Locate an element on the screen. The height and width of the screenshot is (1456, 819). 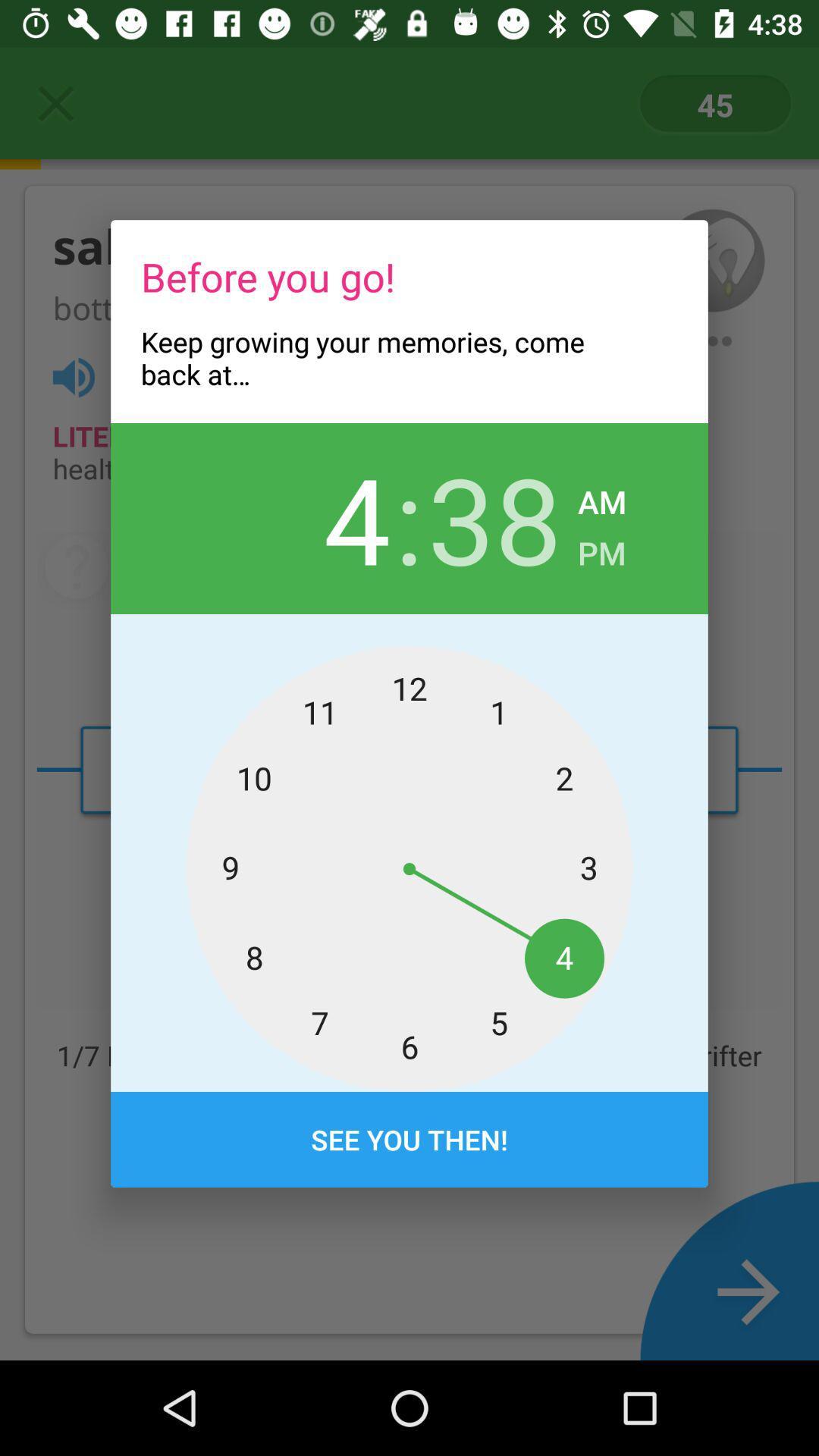
the icon next to am is located at coordinates (494, 518).